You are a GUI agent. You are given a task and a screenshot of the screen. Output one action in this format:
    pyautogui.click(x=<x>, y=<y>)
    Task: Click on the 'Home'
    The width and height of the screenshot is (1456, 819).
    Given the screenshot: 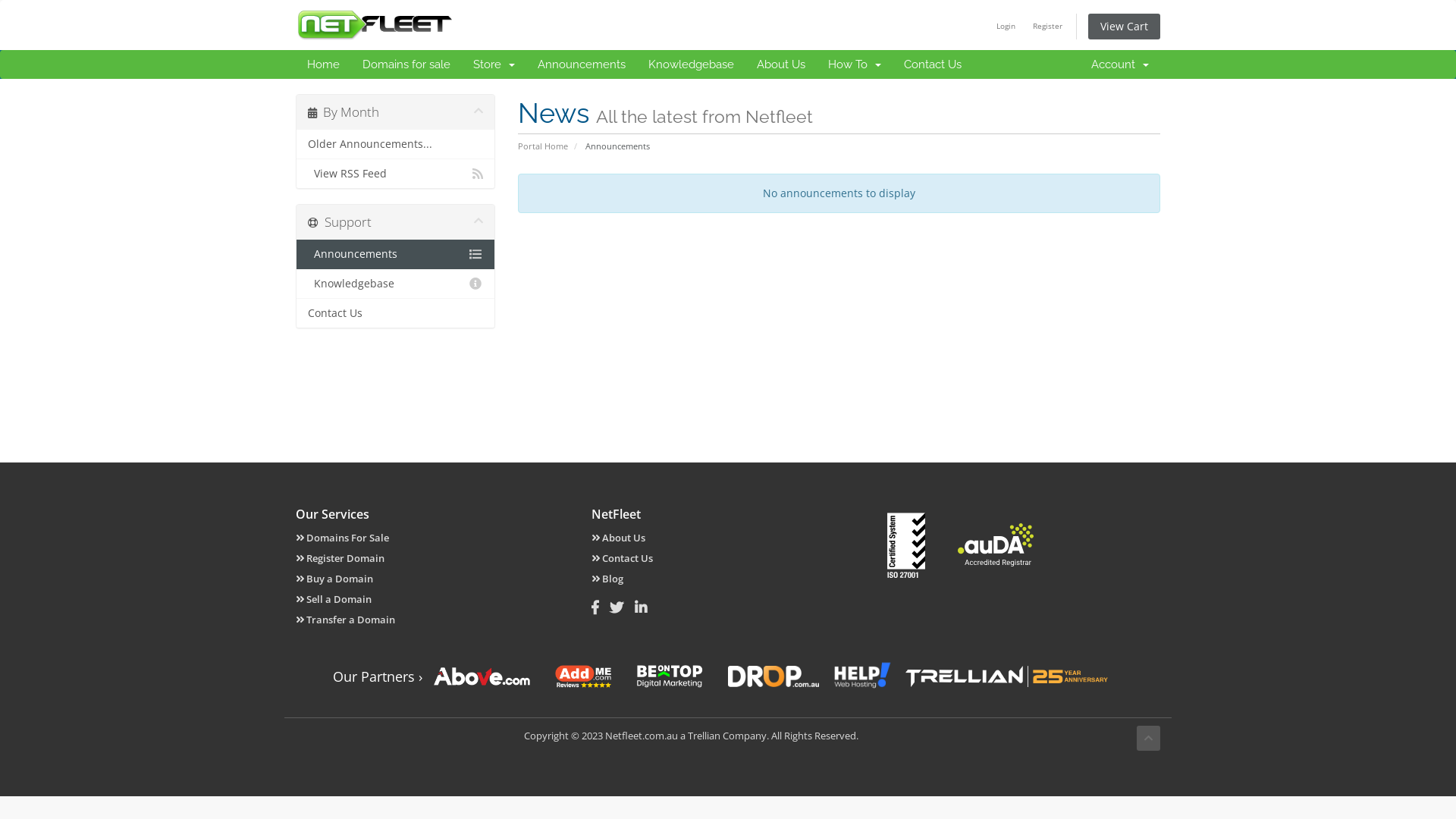 What is the action you would take?
    pyautogui.click(x=322, y=63)
    